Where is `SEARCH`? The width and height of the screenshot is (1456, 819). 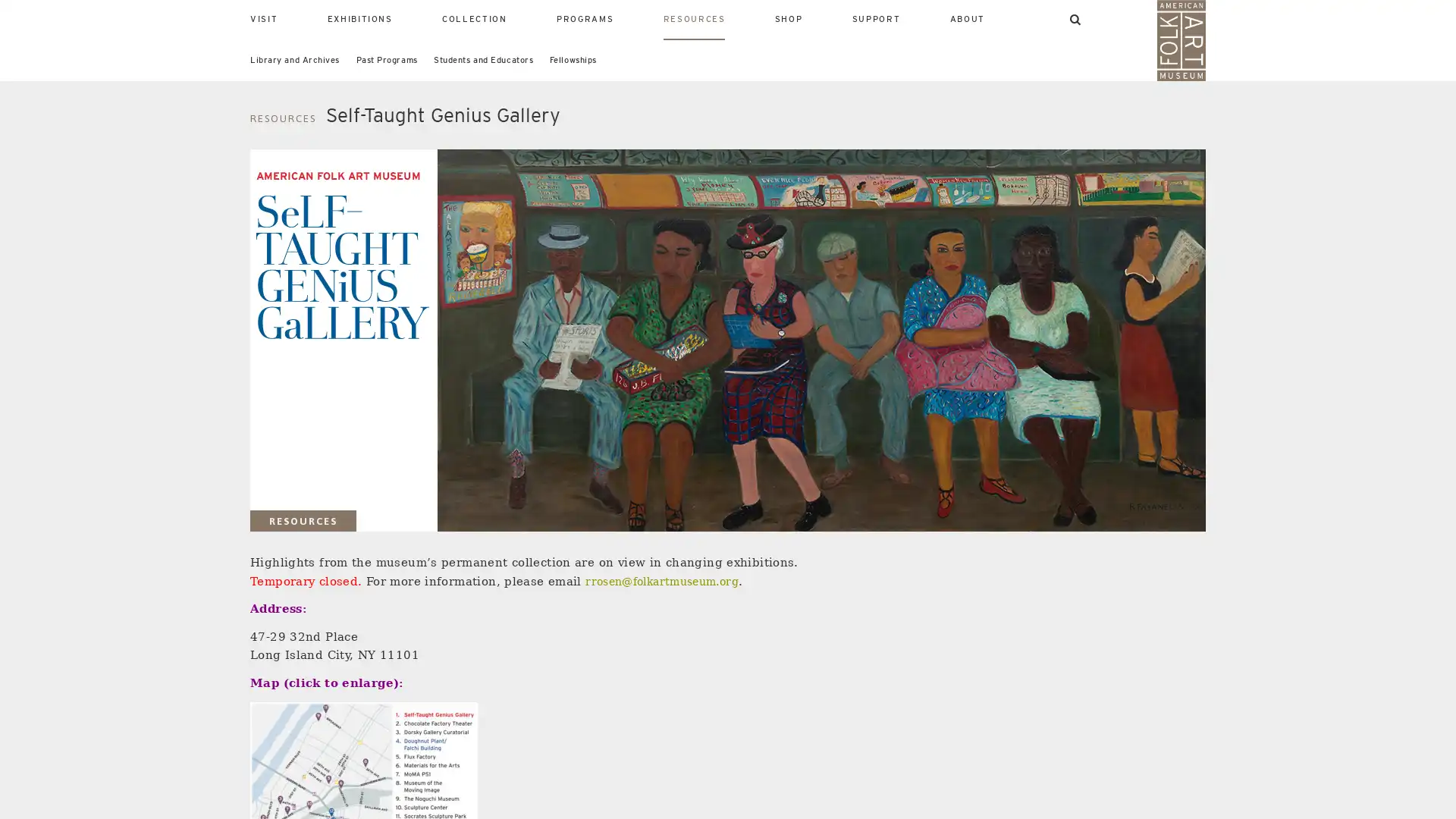
SEARCH is located at coordinates (1166, 111).